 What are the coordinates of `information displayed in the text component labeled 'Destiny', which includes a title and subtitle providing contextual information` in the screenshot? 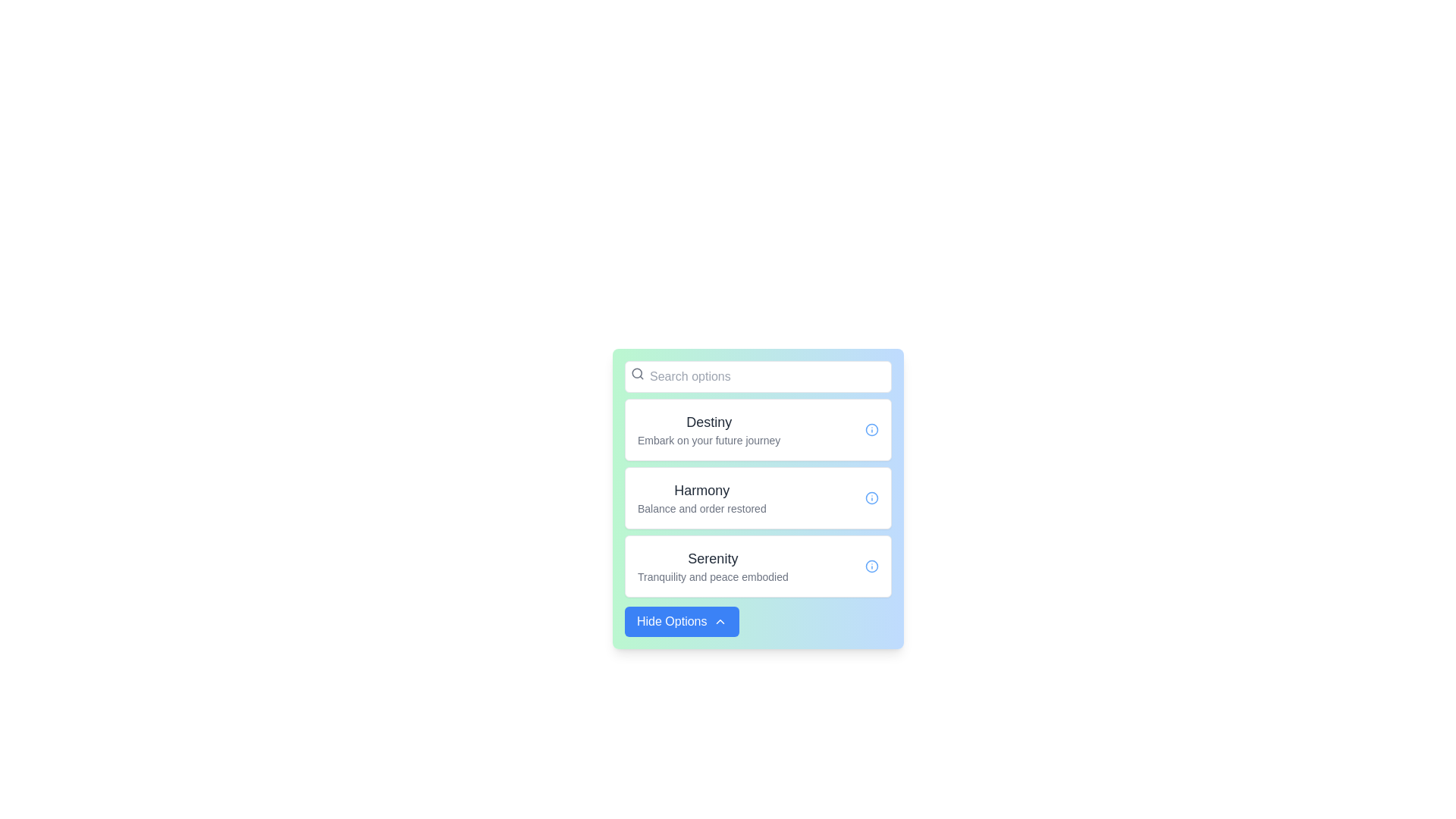 It's located at (708, 430).